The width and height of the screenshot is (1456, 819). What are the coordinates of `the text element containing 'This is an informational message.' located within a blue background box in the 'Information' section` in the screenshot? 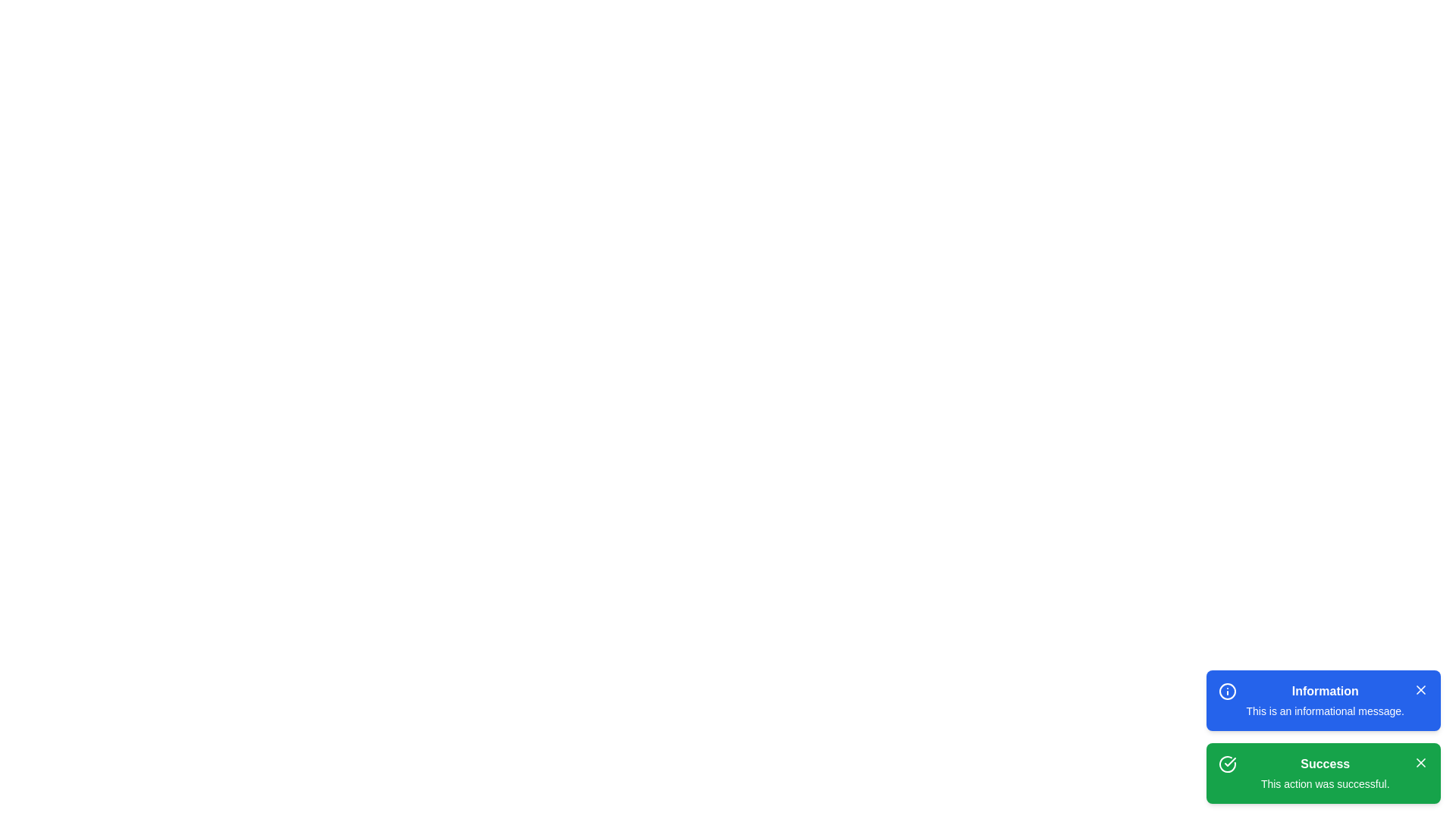 It's located at (1324, 711).